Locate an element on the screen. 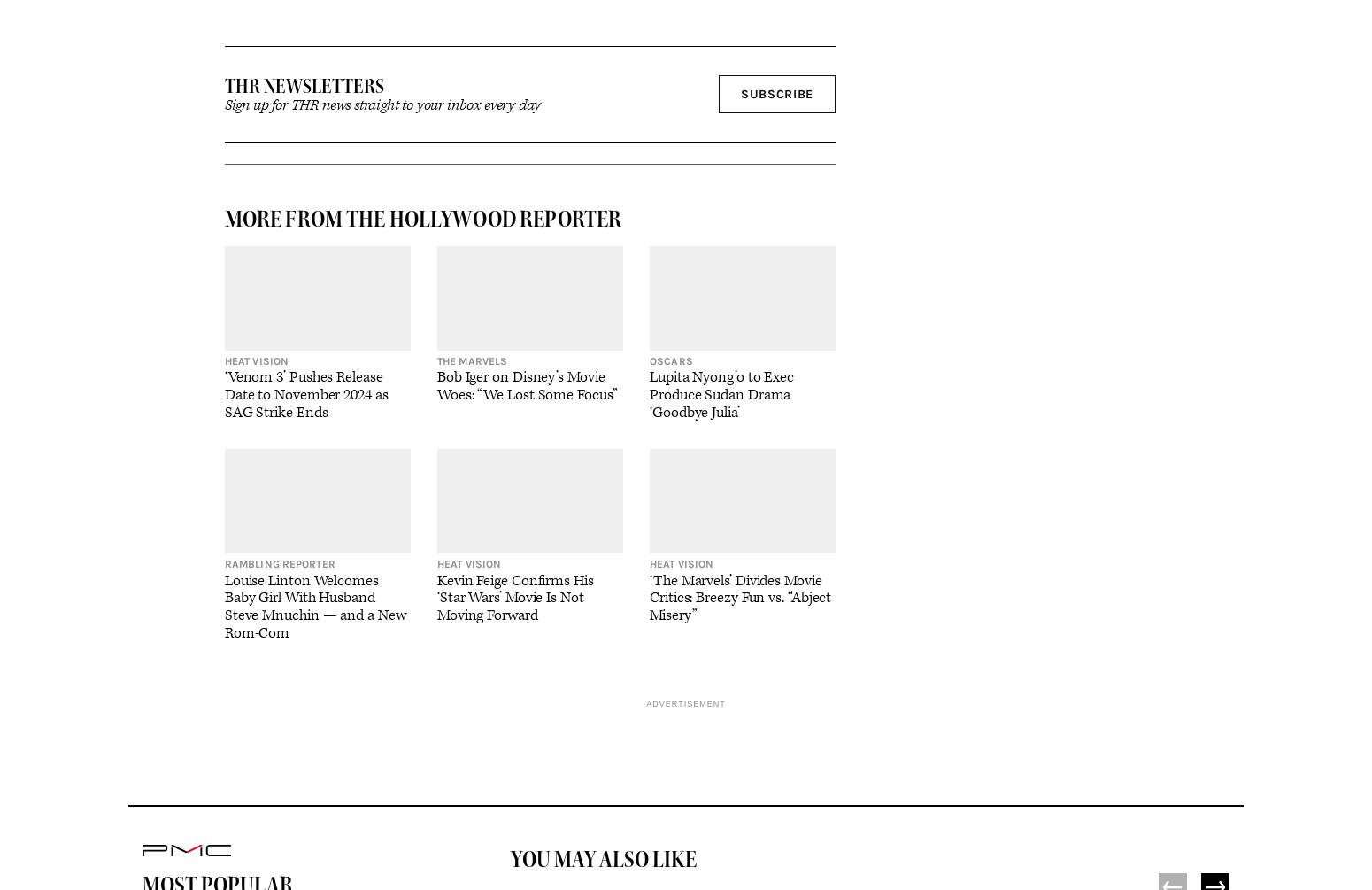  'You may also like' is located at coordinates (603, 857).